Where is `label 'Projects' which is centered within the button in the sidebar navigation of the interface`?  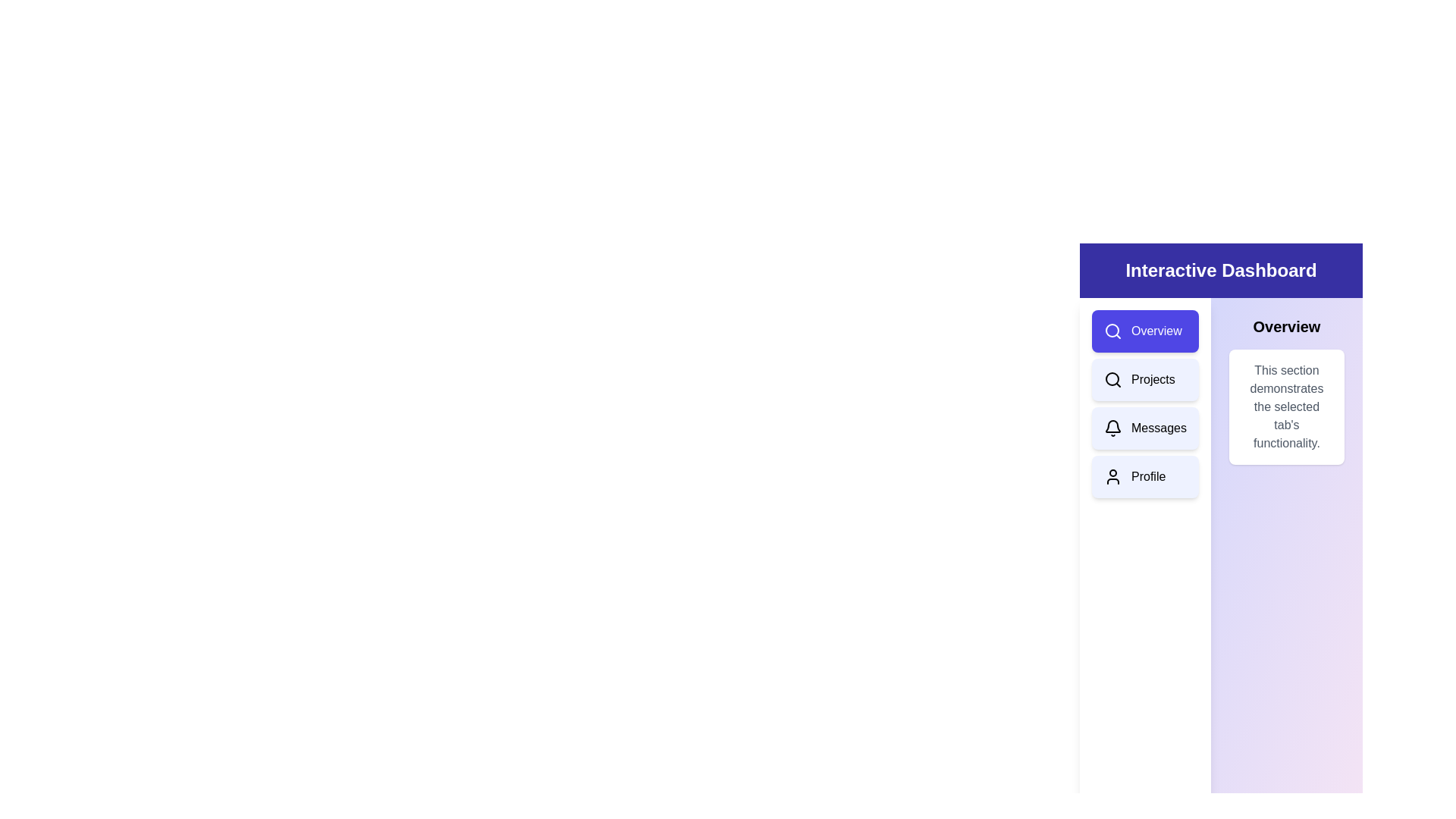 label 'Projects' which is centered within the button in the sidebar navigation of the interface is located at coordinates (1153, 379).